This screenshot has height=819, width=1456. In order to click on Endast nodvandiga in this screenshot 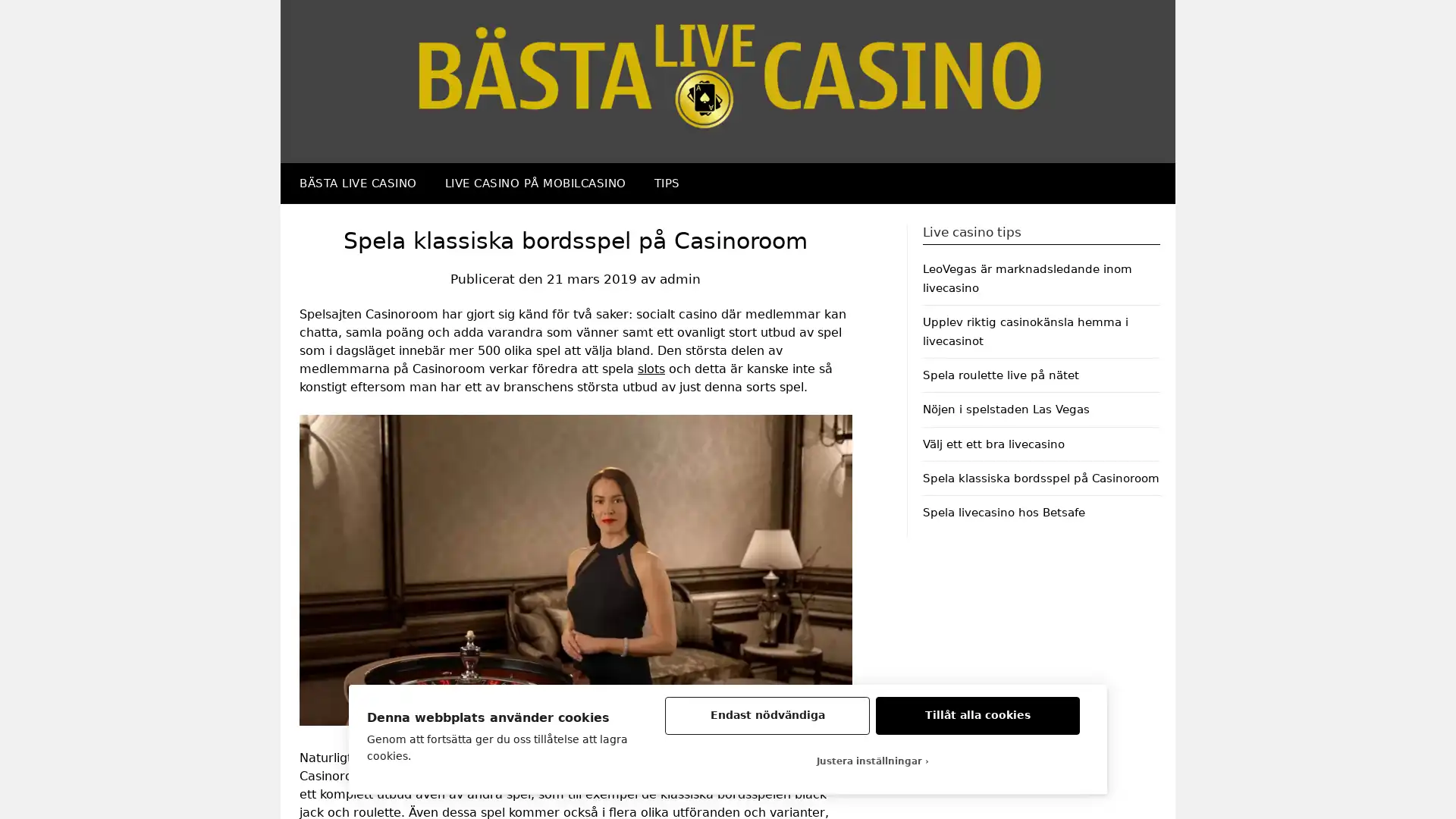, I will do `click(767, 716)`.